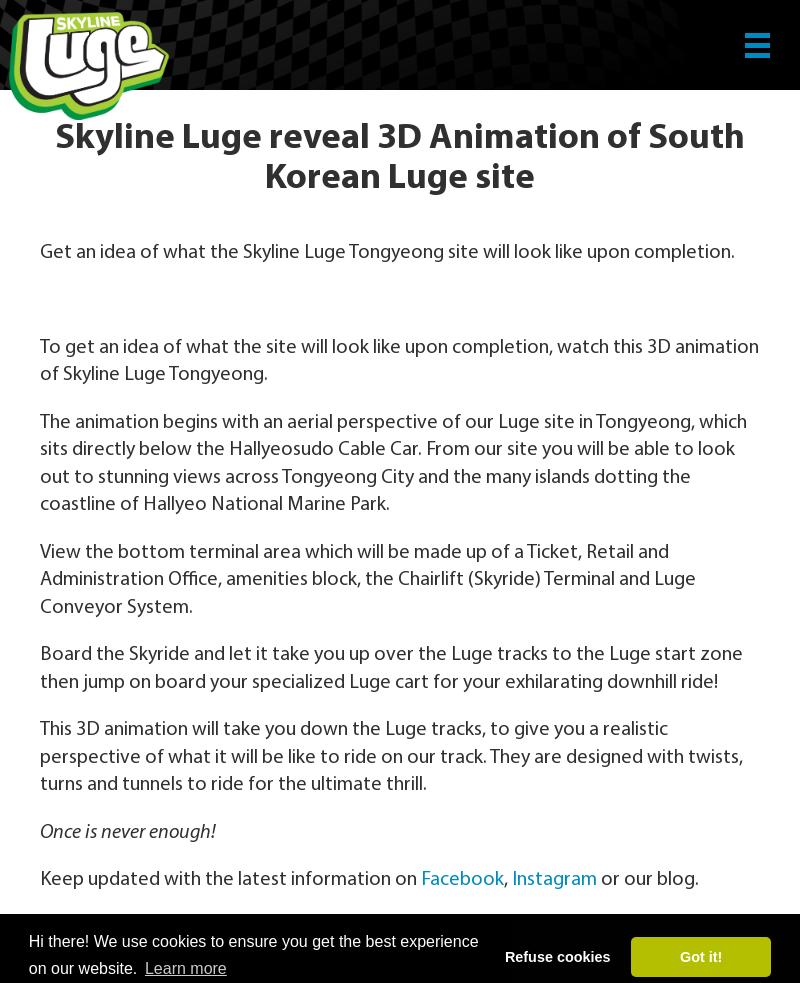 The image size is (800, 983). Describe the element at coordinates (144, 967) in the screenshot. I see `'Learn more'` at that location.